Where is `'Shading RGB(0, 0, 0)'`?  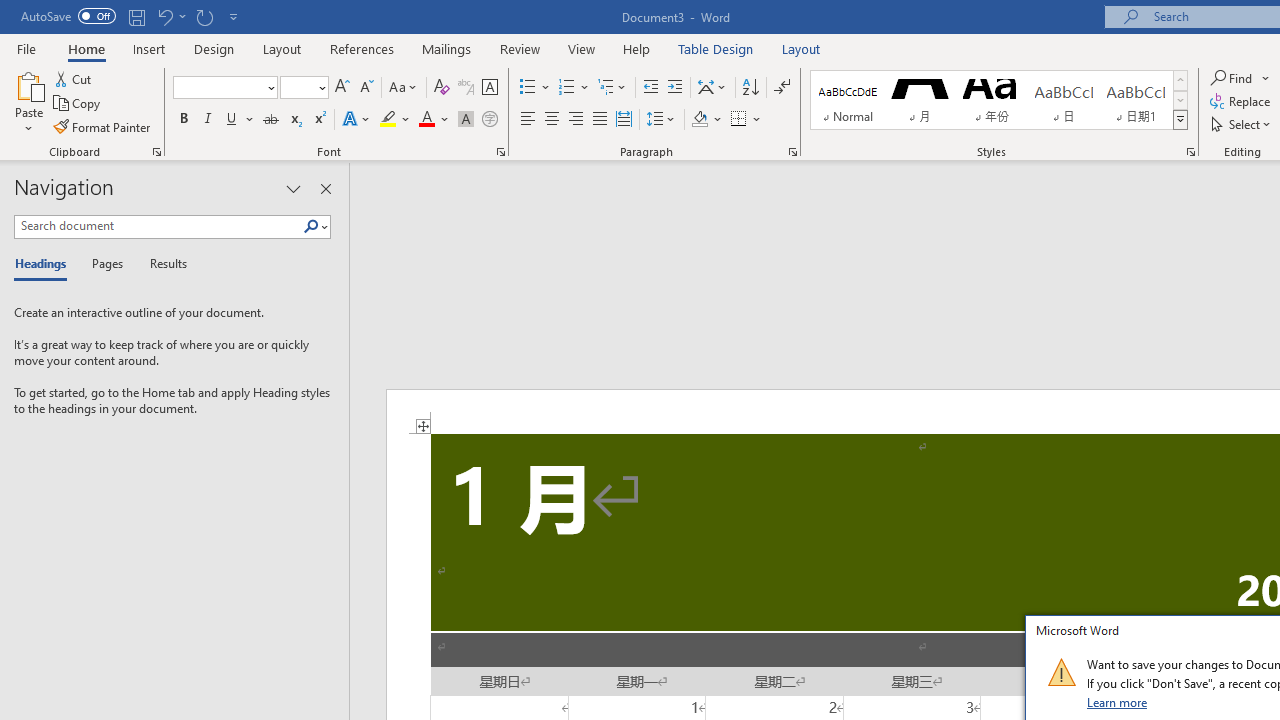 'Shading RGB(0, 0, 0)' is located at coordinates (699, 119).